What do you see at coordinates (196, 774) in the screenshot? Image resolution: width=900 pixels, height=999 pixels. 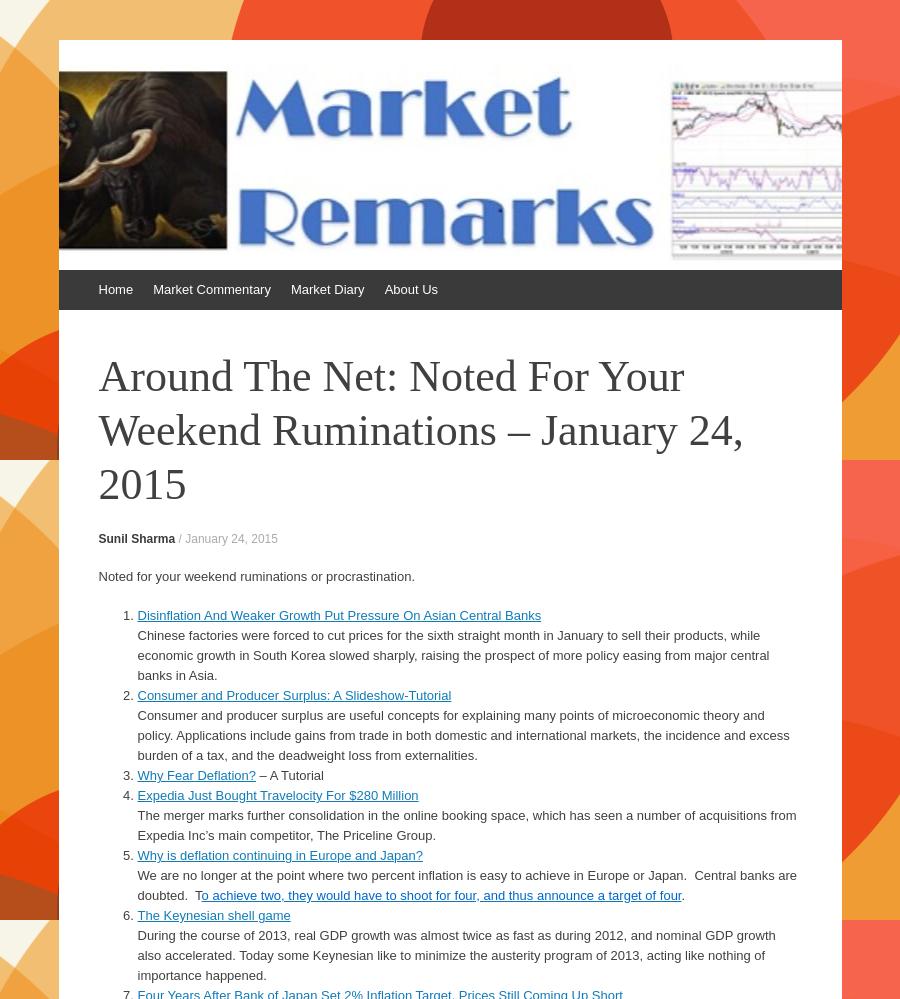 I see `'Why Fear Deflation?'` at bounding box center [196, 774].